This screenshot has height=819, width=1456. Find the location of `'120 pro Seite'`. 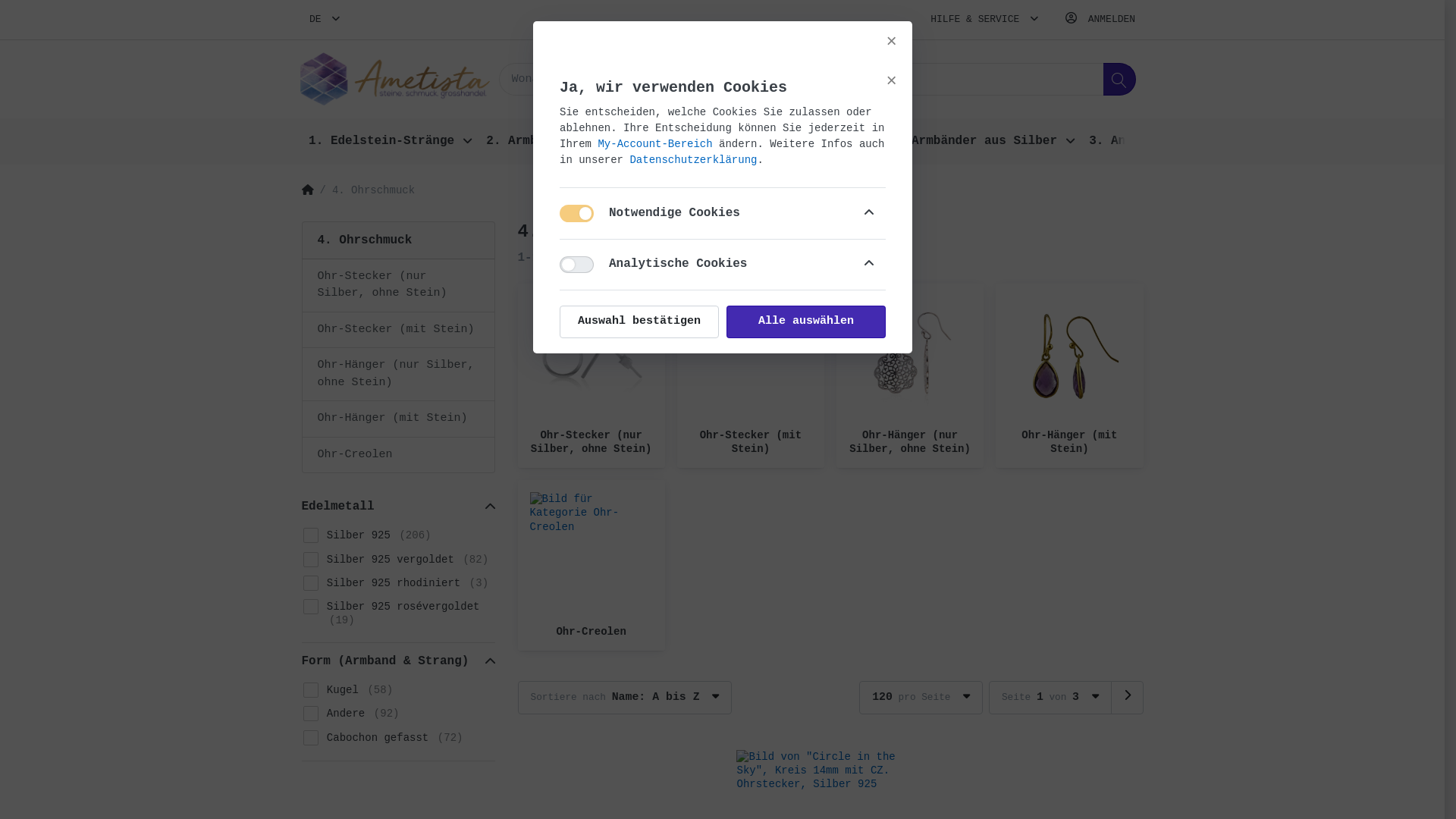

'120 pro Seite' is located at coordinates (858, 698).